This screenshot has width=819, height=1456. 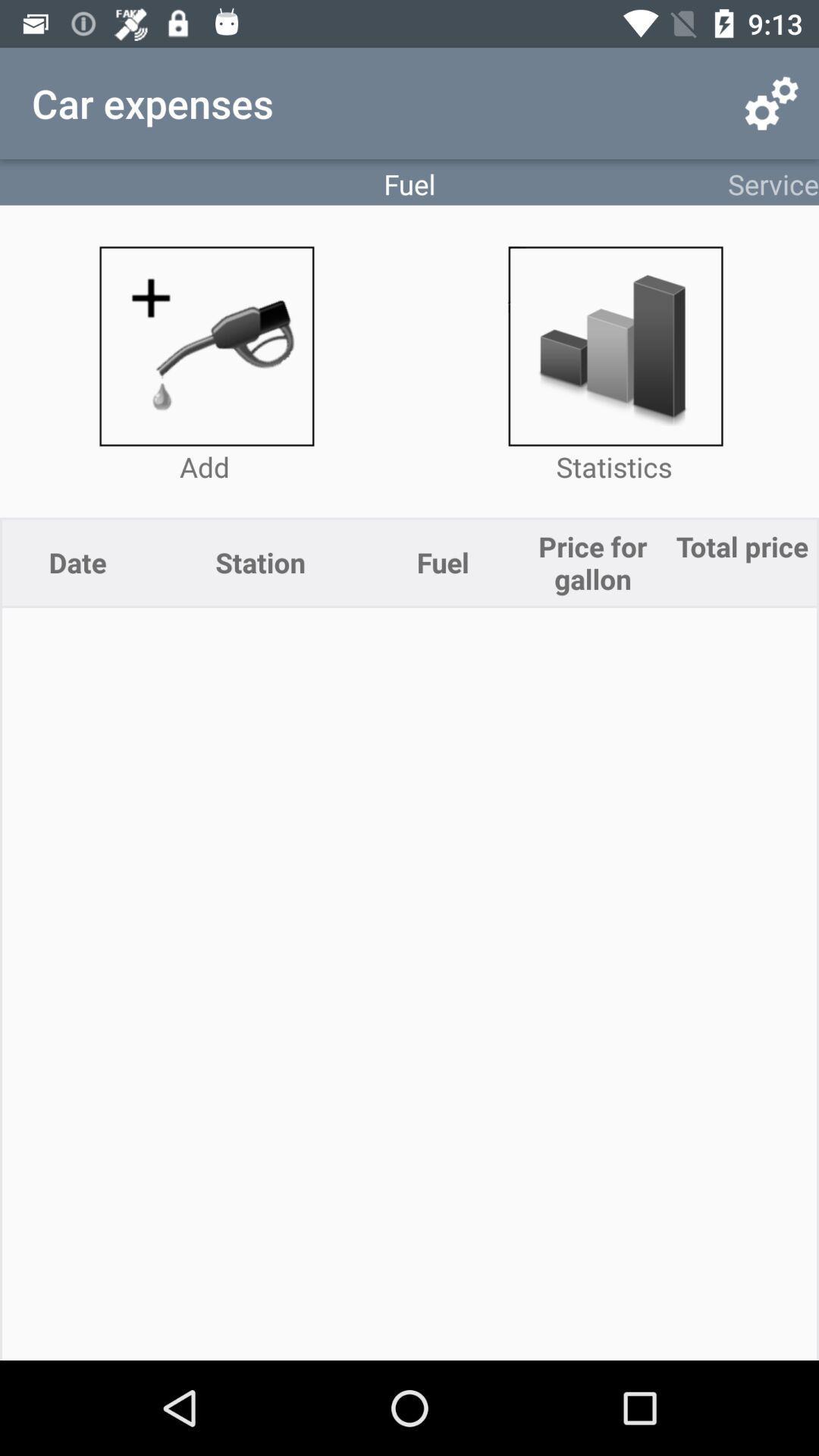 I want to click on gas numbers, so click(x=205, y=345).